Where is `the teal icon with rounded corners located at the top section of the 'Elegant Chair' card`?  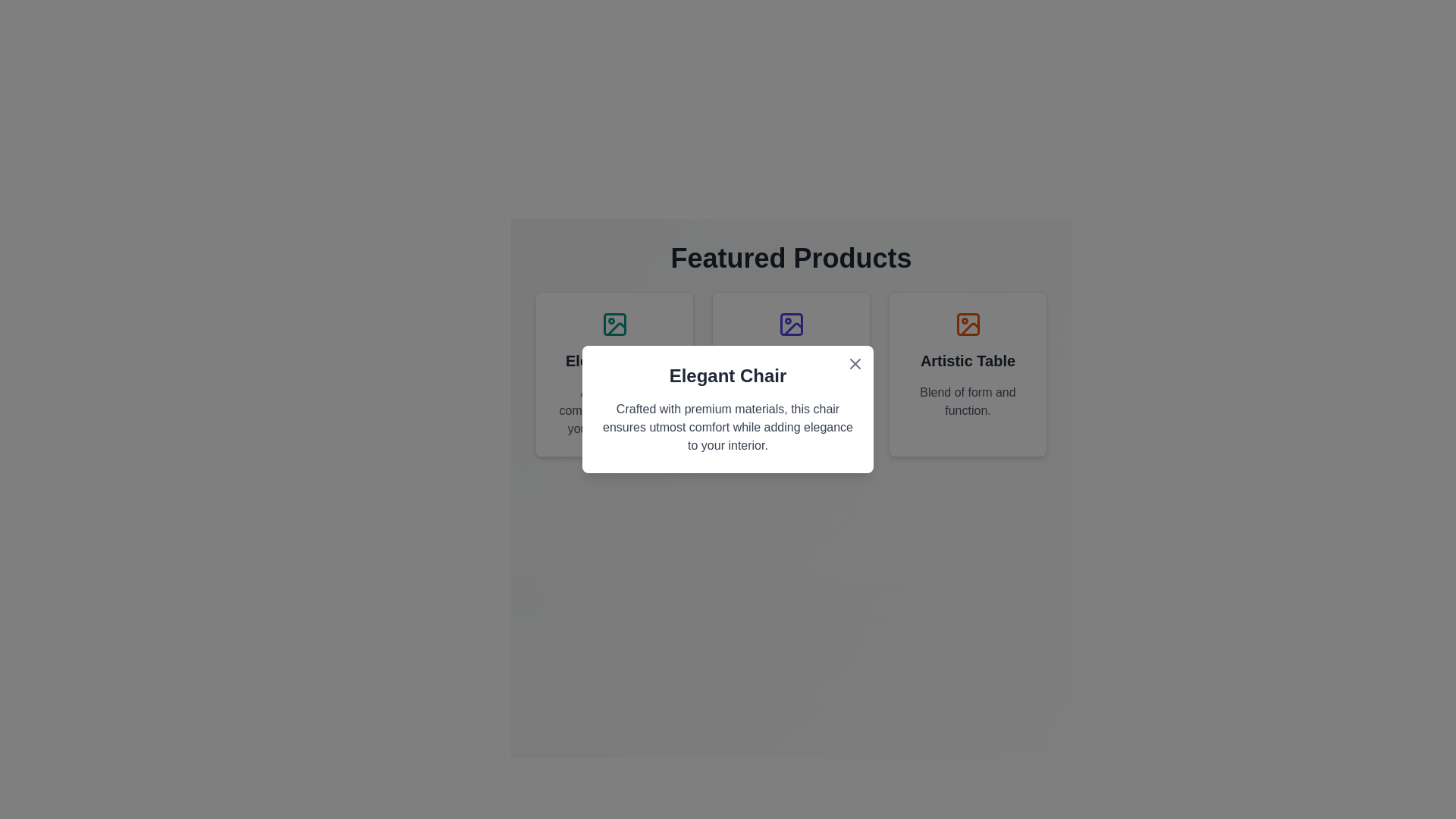 the teal icon with rounded corners located at the top section of the 'Elegant Chair' card is located at coordinates (614, 324).